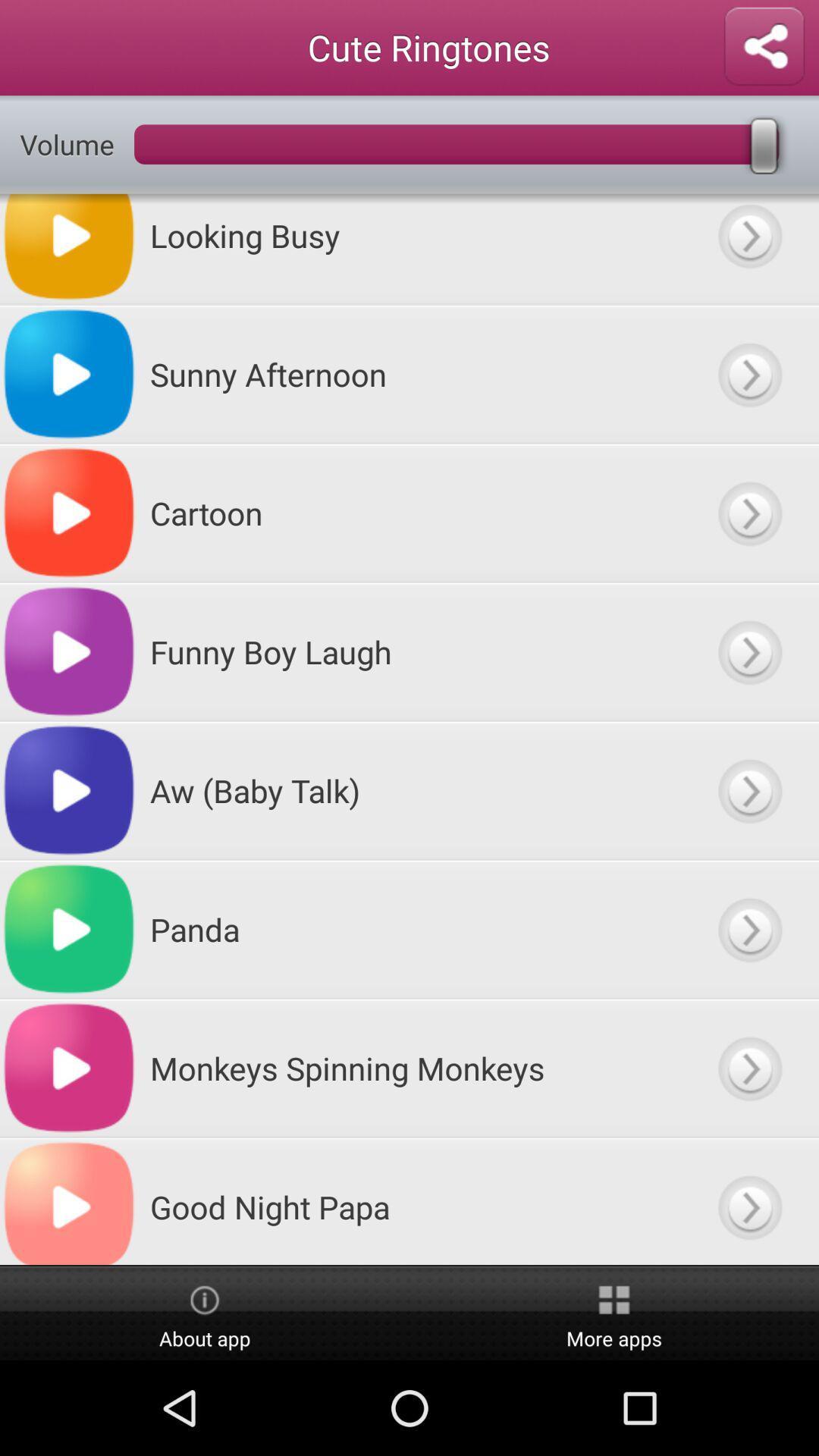  Describe the element at coordinates (764, 47) in the screenshot. I see `setting page` at that location.